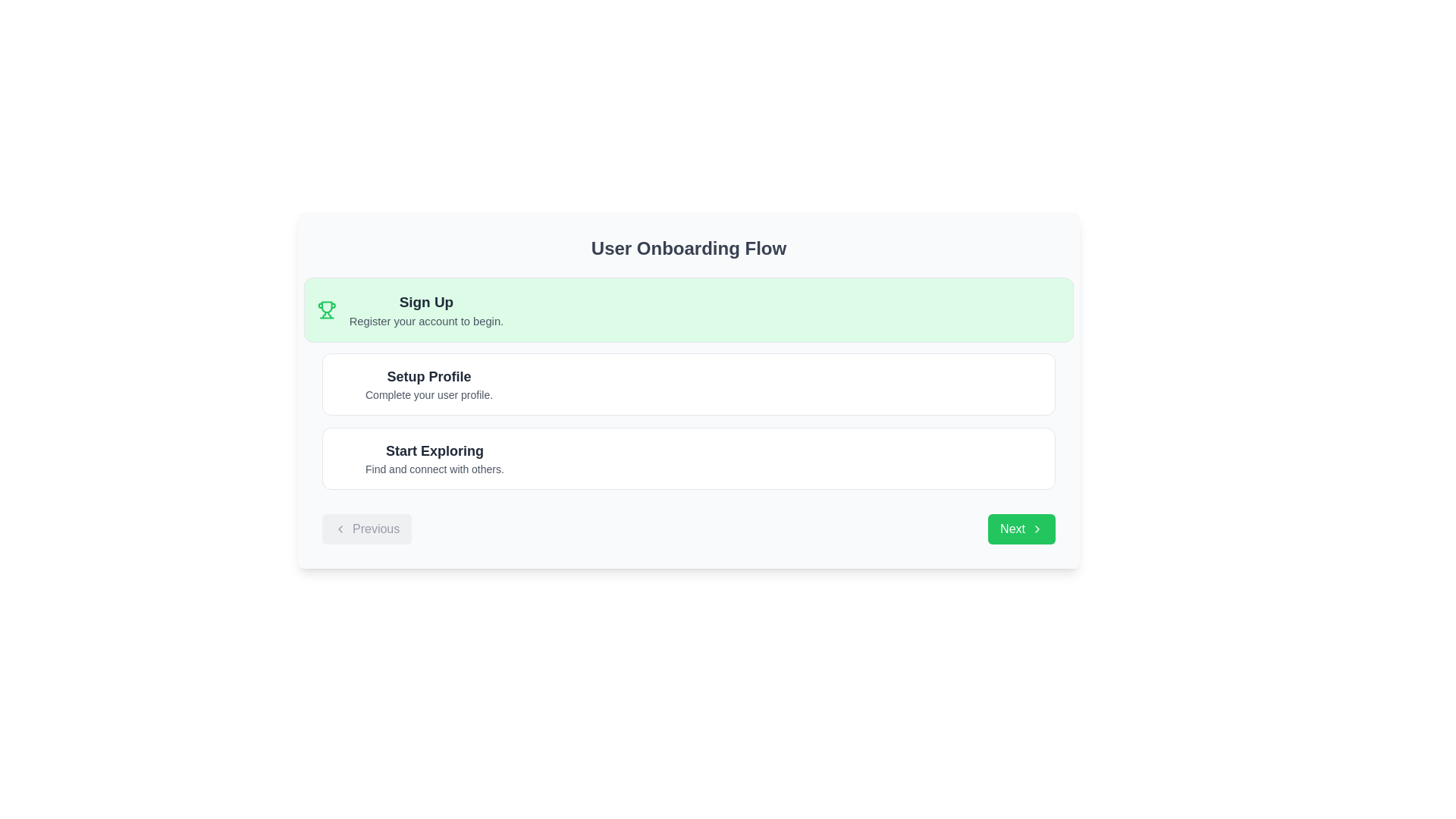  What do you see at coordinates (425, 309) in the screenshot?
I see `the text block representing the first step in the user onboarding process, which is part of a green rectangular block located on the left-center of the interface` at bounding box center [425, 309].